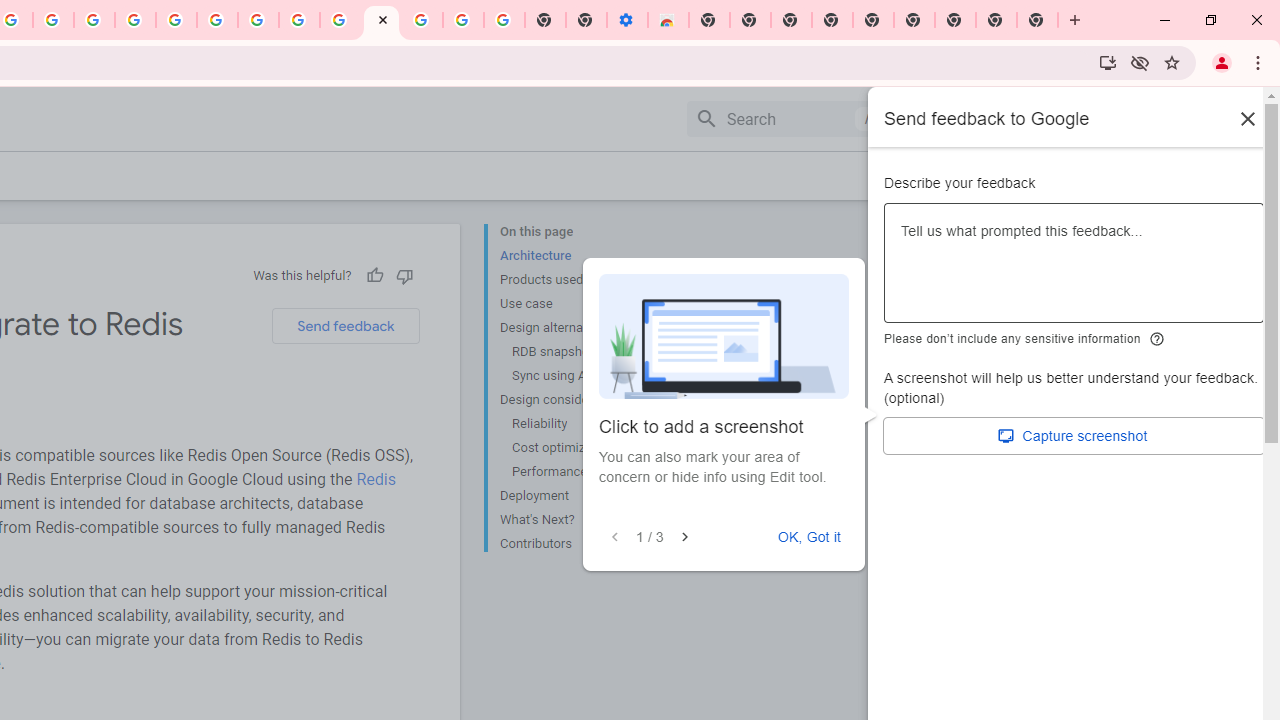 This screenshot has height=720, width=1280. I want to click on 'New Tab', so click(1038, 20).